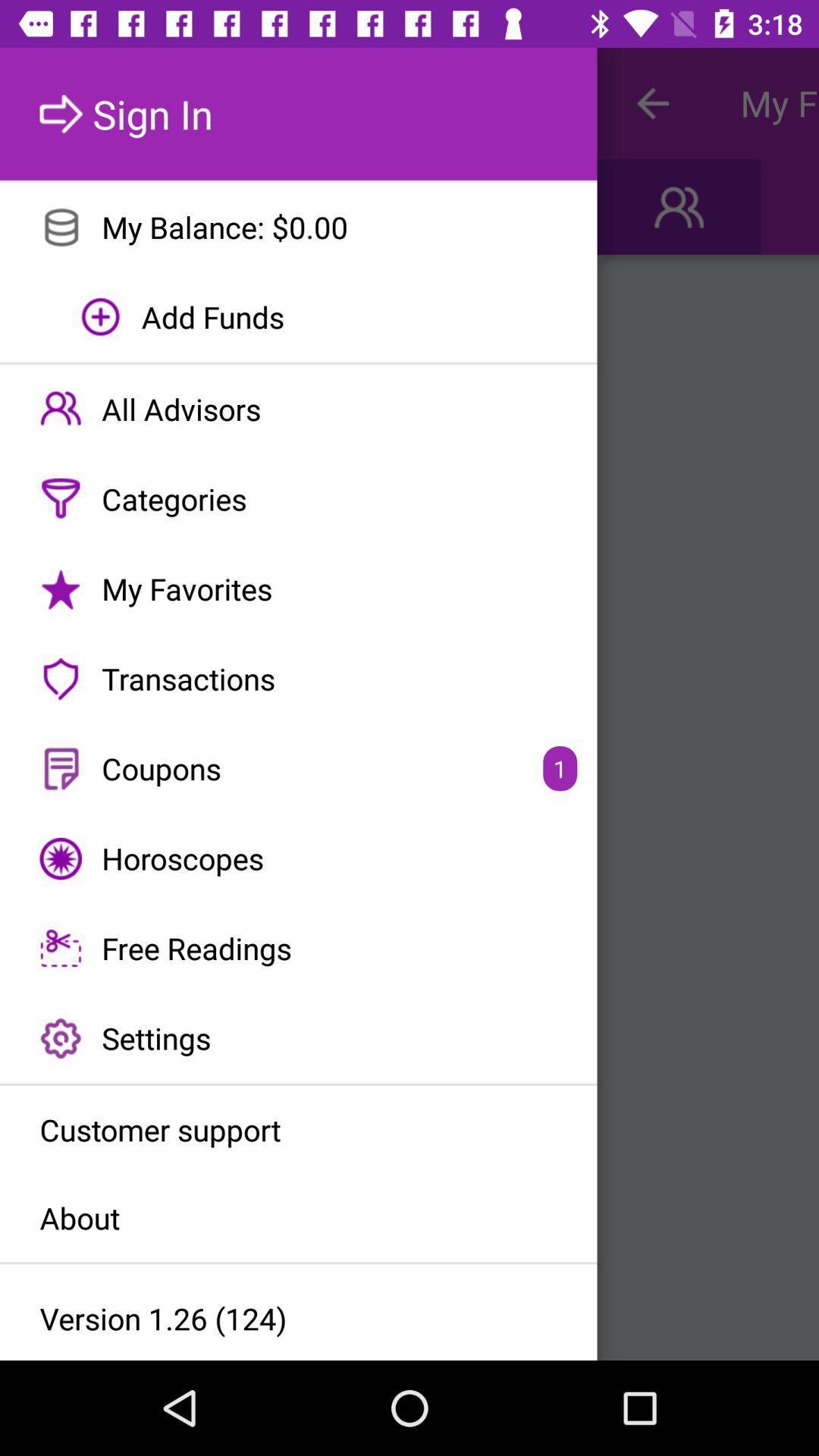 The width and height of the screenshot is (819, 1456). What do you see at coordinates (298, 858) in the screenshot?
I see `icon above the free readings item` at bounding box center [298, 858].